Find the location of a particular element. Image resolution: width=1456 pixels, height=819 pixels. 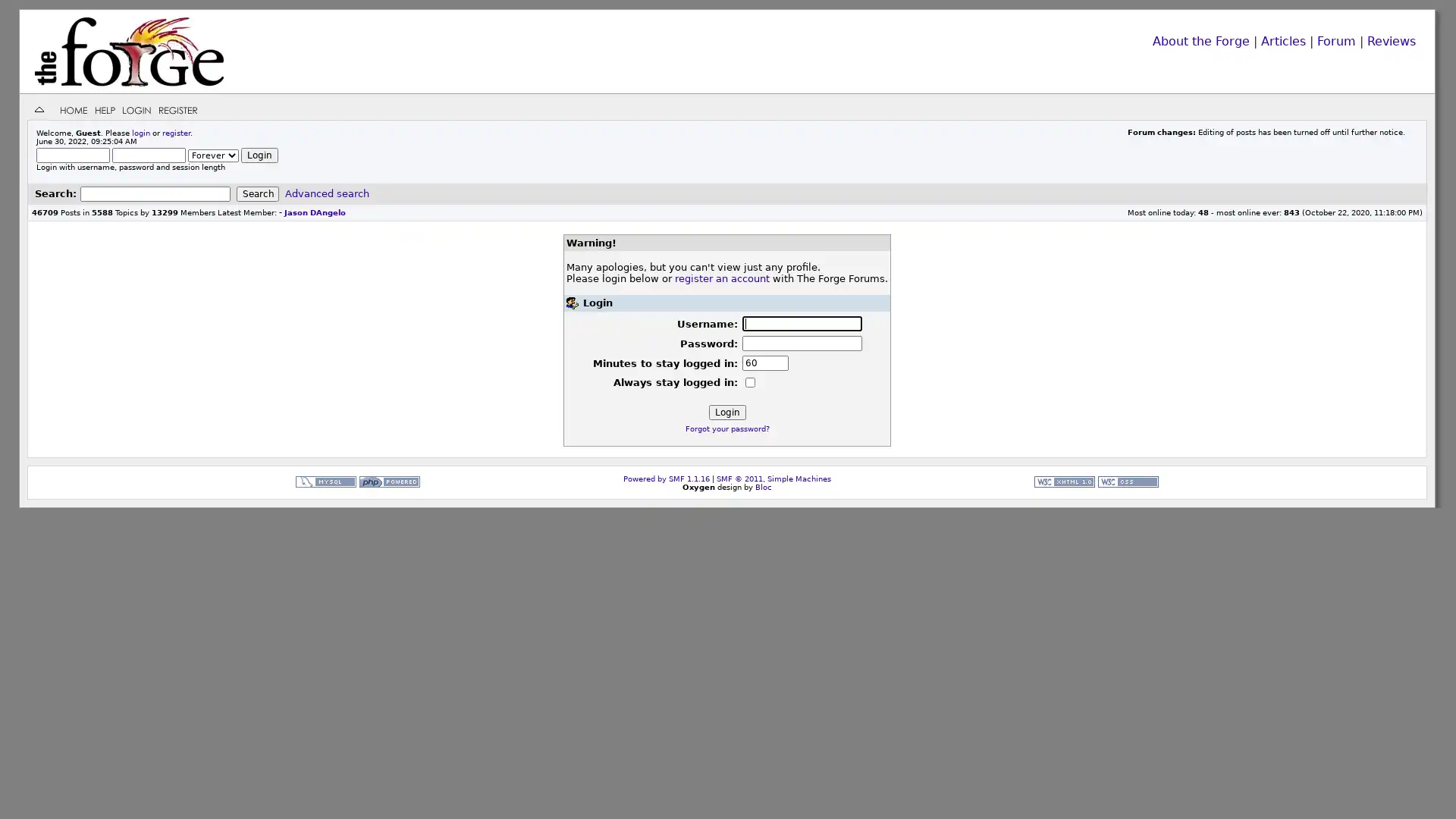

Login is located at coordinates (259, 155).